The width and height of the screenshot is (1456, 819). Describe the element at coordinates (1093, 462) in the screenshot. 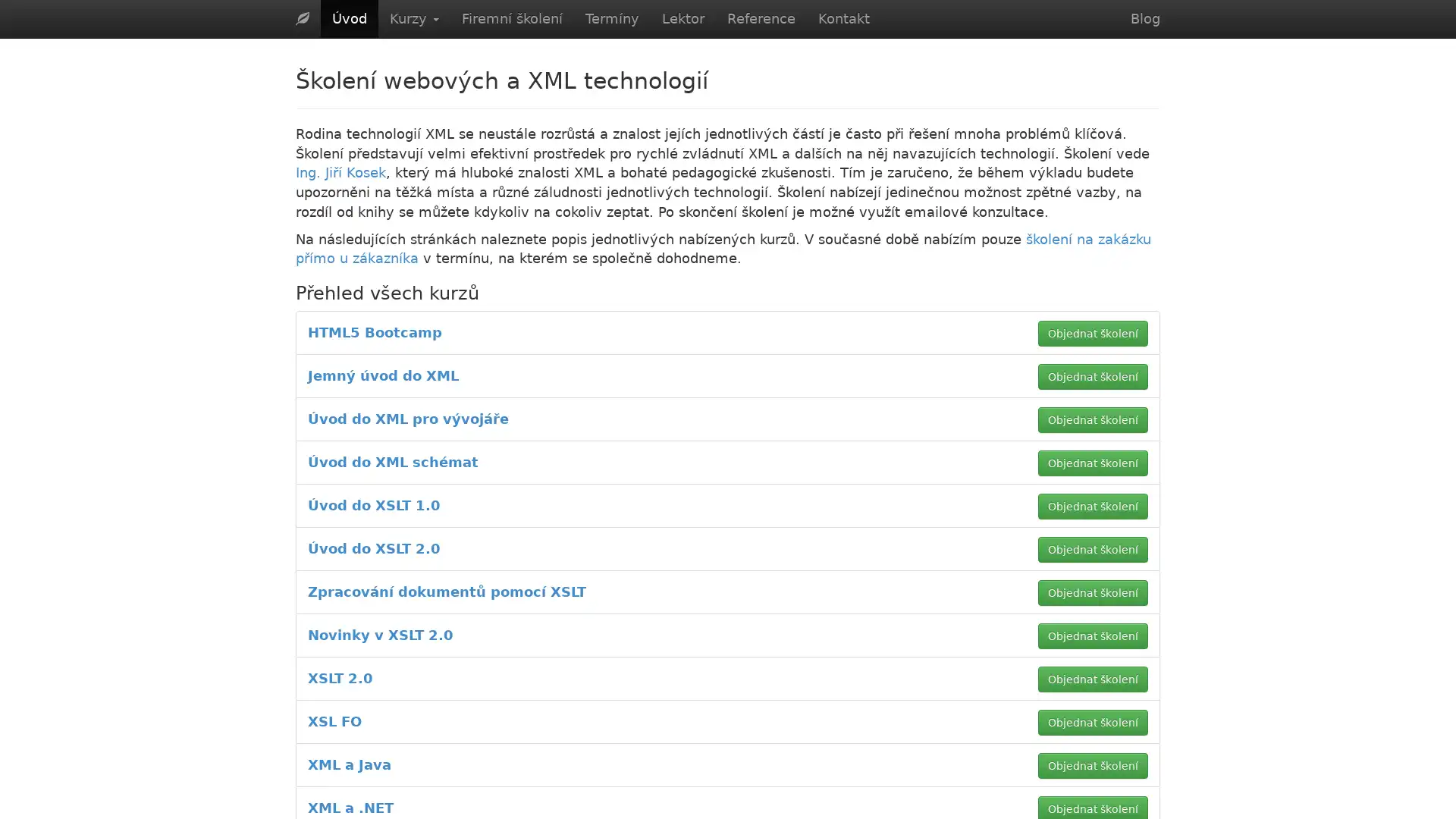

I see `Objednat skoleni` at that location.